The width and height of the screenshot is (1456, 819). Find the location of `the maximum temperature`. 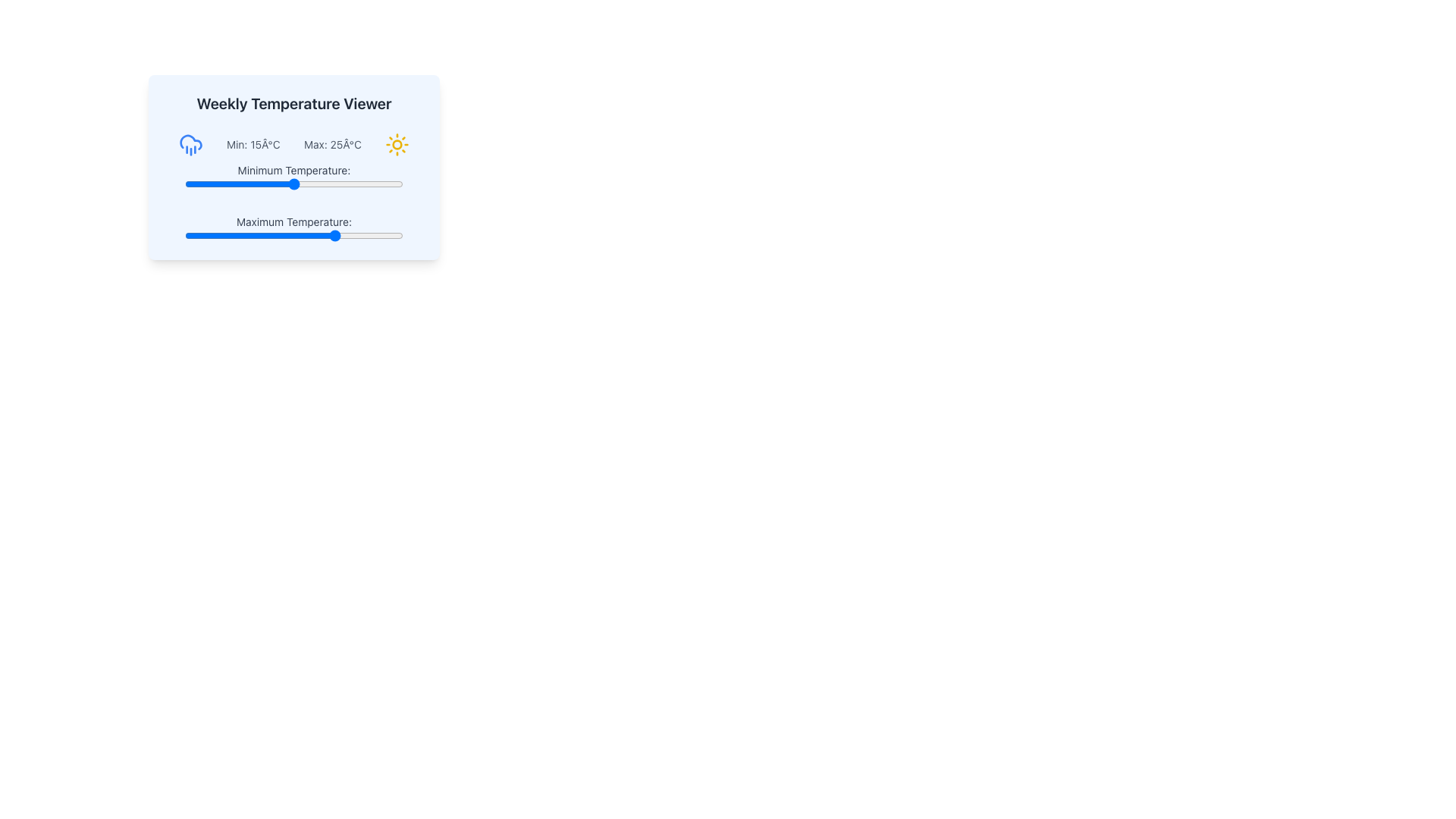

the maximum temperature is located at coordinates (337, 236).